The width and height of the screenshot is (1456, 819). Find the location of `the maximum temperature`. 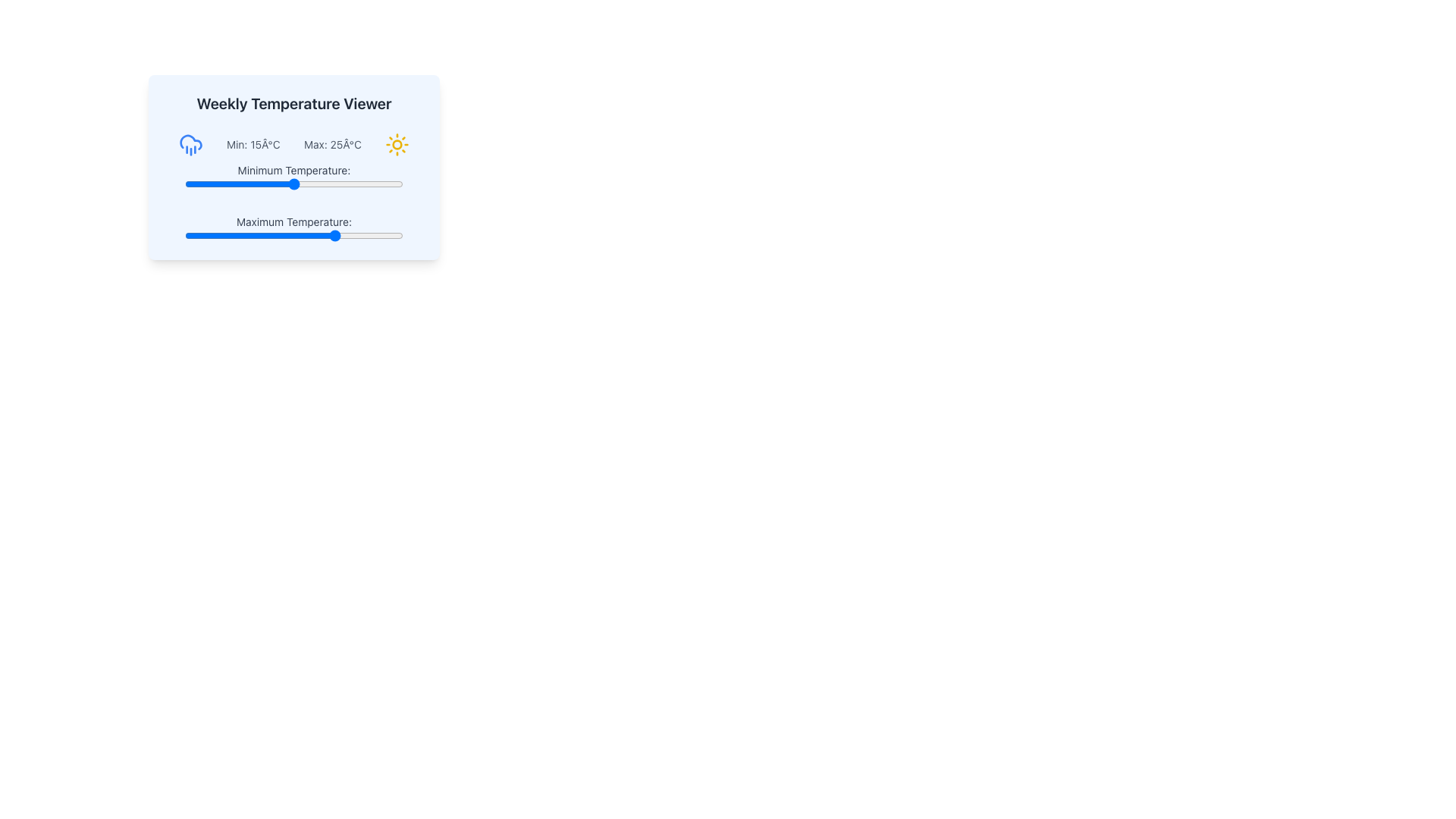

the maximum temperature is located at coordinates (337, 236).